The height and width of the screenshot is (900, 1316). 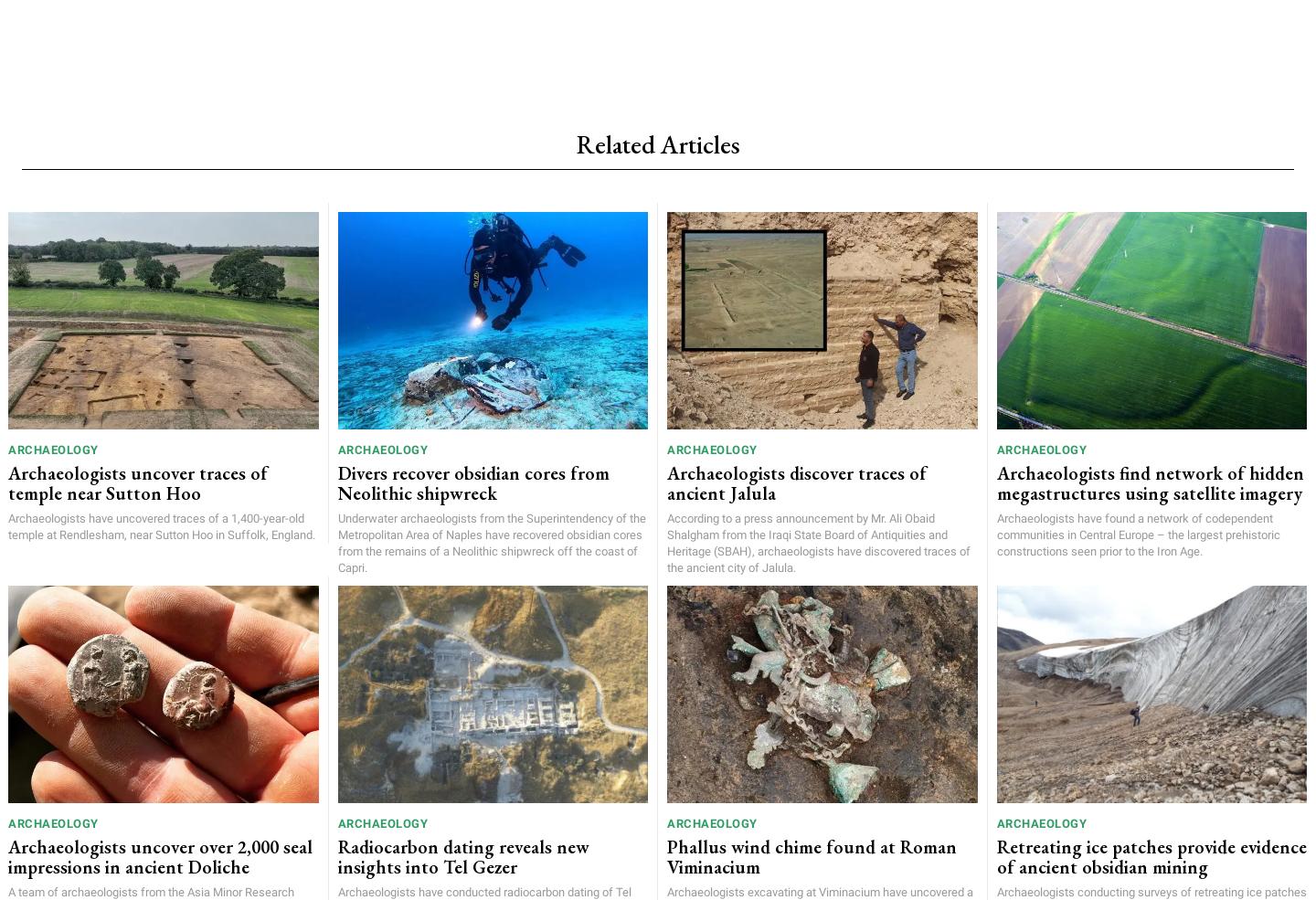 What do you see at coordinates (1148, 482) in the screenshot?
I see `'Archaeologists find network of hidden megastructures using satellite imagery'` at bounding box center [1148, 482].